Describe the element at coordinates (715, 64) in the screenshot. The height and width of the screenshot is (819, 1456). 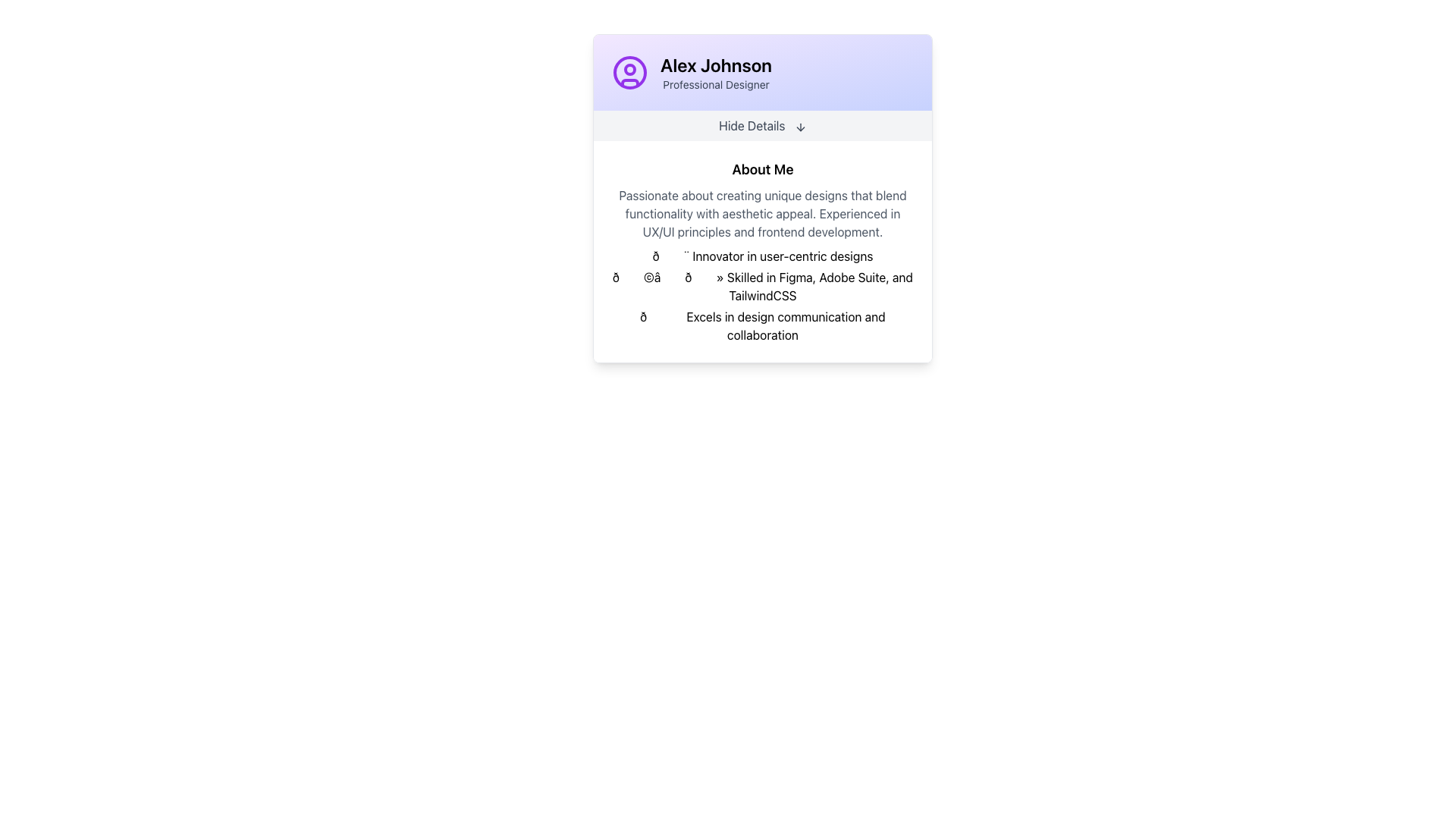
I see `text of the bold heading 'Alex Johnson' located at the top of the profile card, which contrasts against a light purple background` at that location.